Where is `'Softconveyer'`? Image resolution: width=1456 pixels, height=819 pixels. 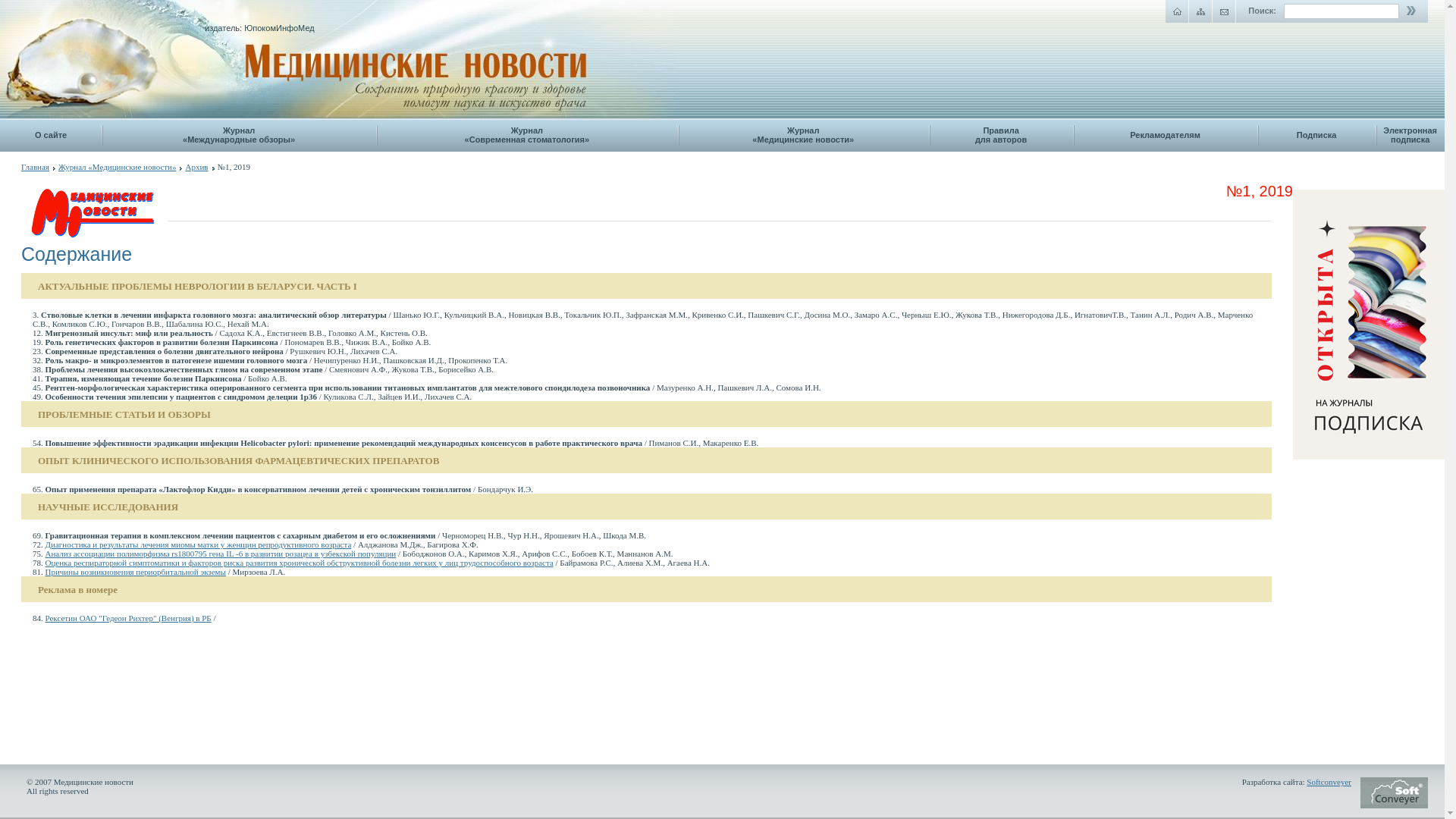 'Softconveyer' is located at coordinates (1328, 781).